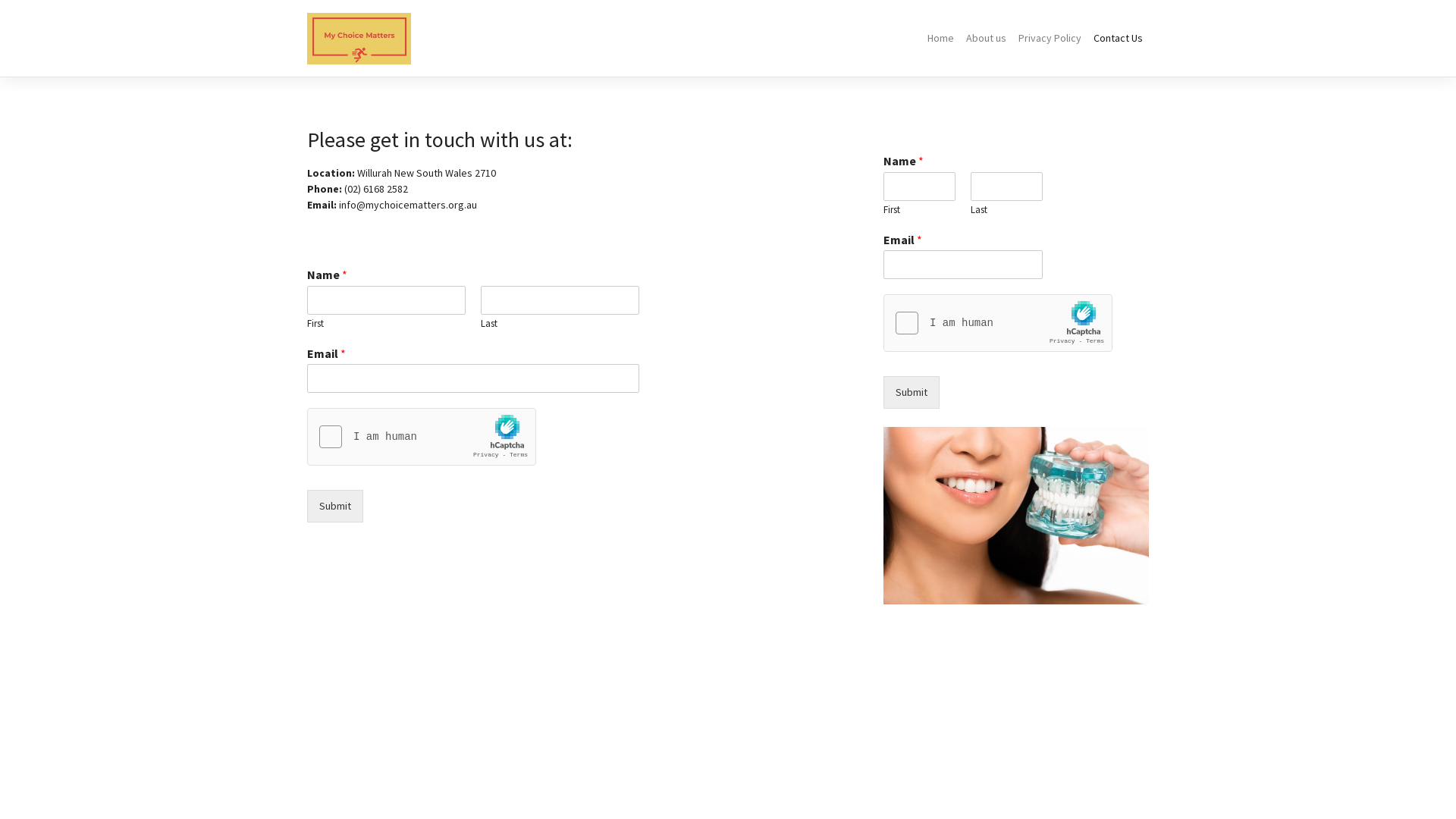  I want to click on 'Contact Us', so click(1118, 37).